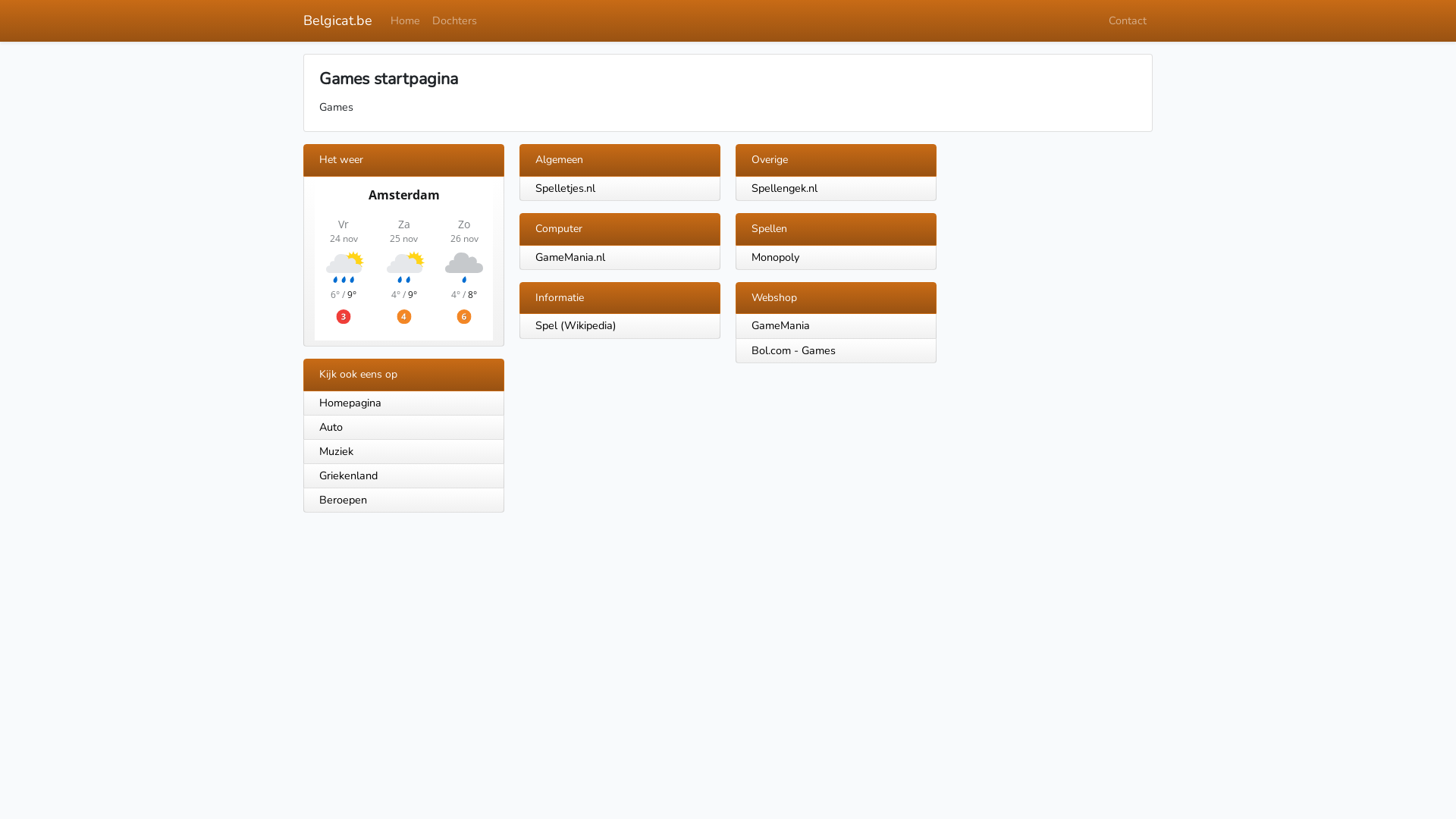  I want to click on 'Griekenland', so click(303, 475).